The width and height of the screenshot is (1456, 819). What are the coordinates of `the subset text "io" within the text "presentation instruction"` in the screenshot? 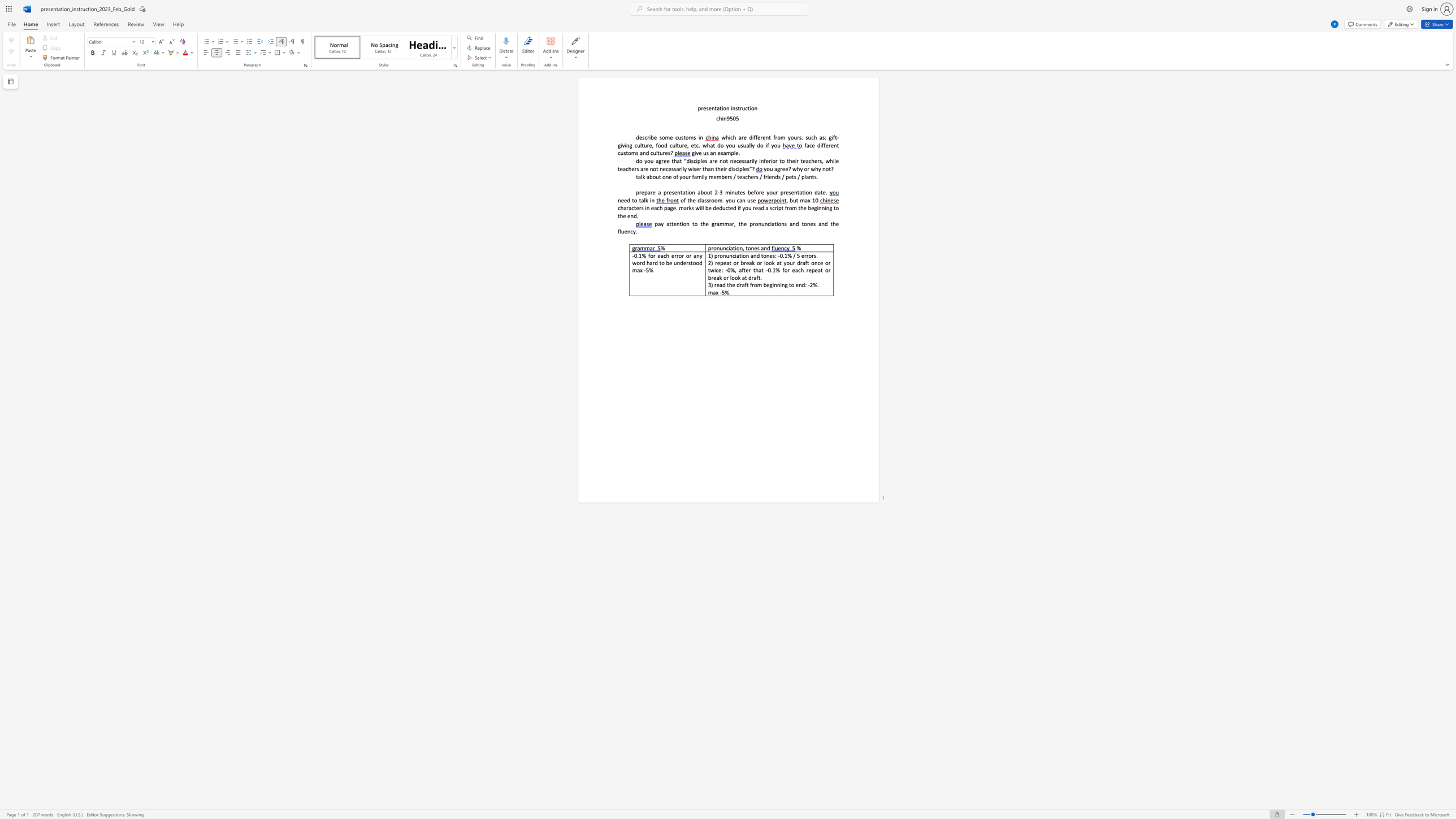 It's located at (721, 108).